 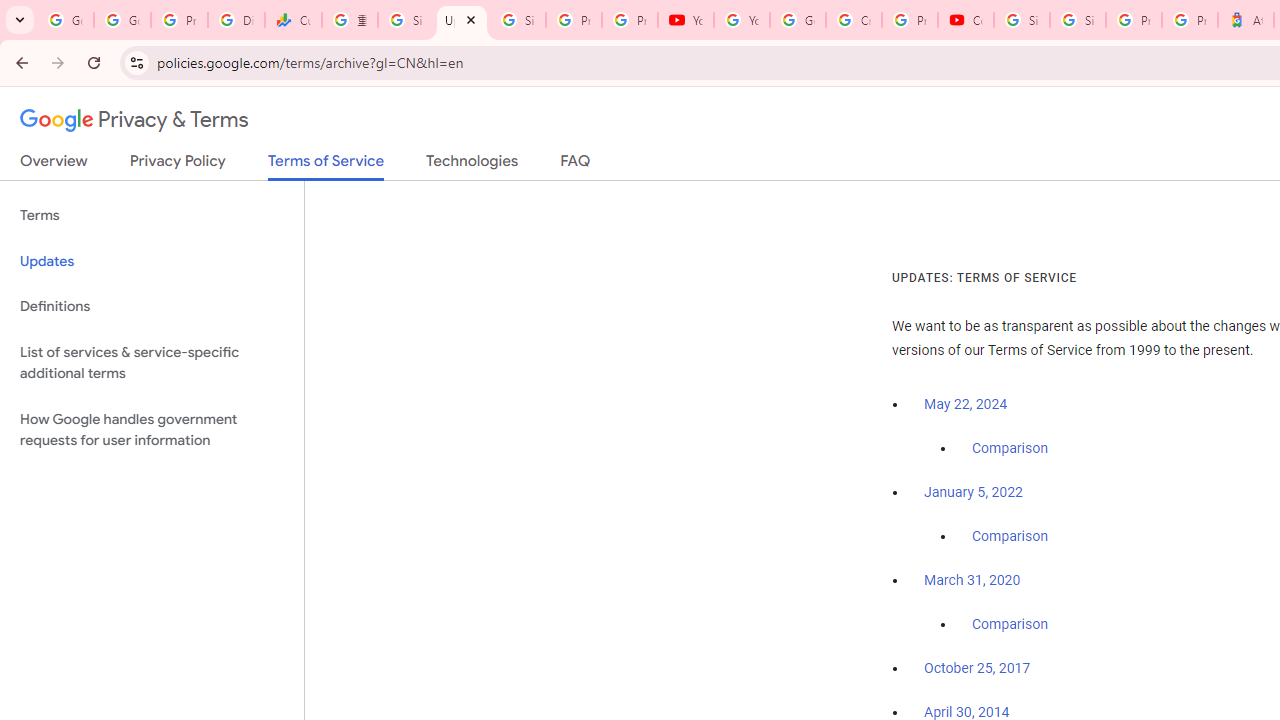 I want to click on 'October 25, 2017', so click(x=977, y=669).